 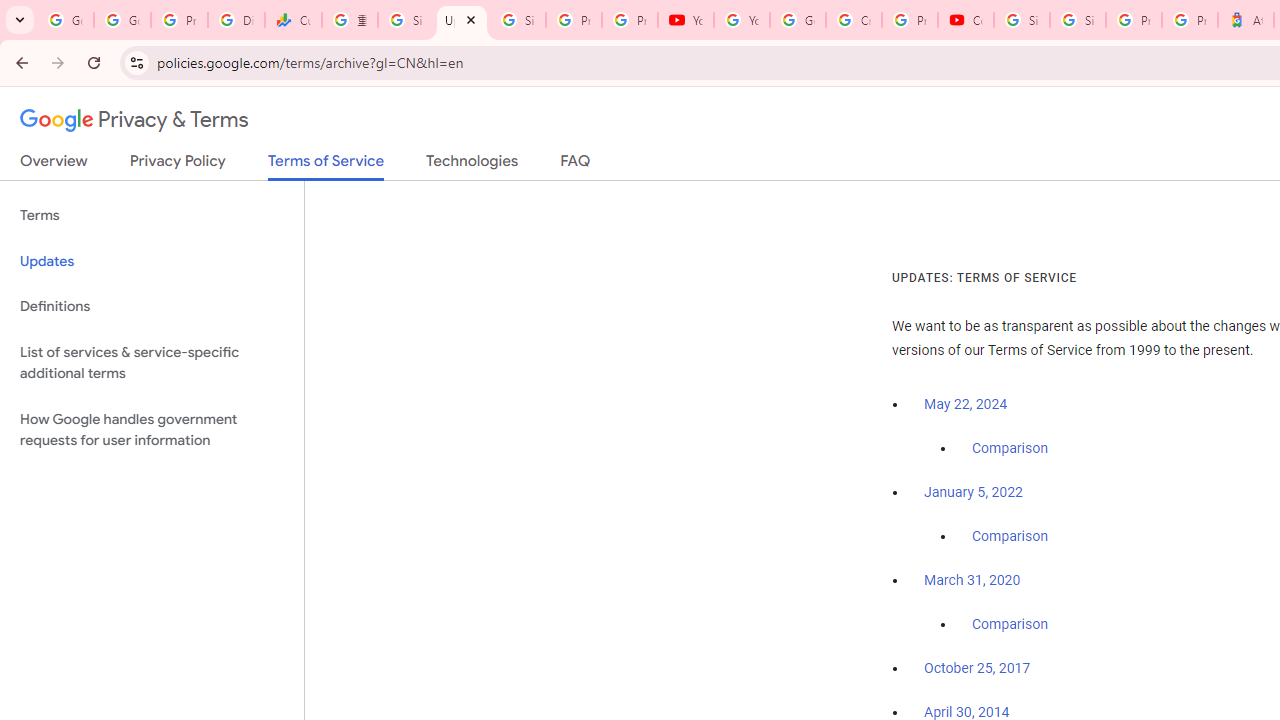 I want to click on 'October 25, 2017', so click(x=977, y=669).